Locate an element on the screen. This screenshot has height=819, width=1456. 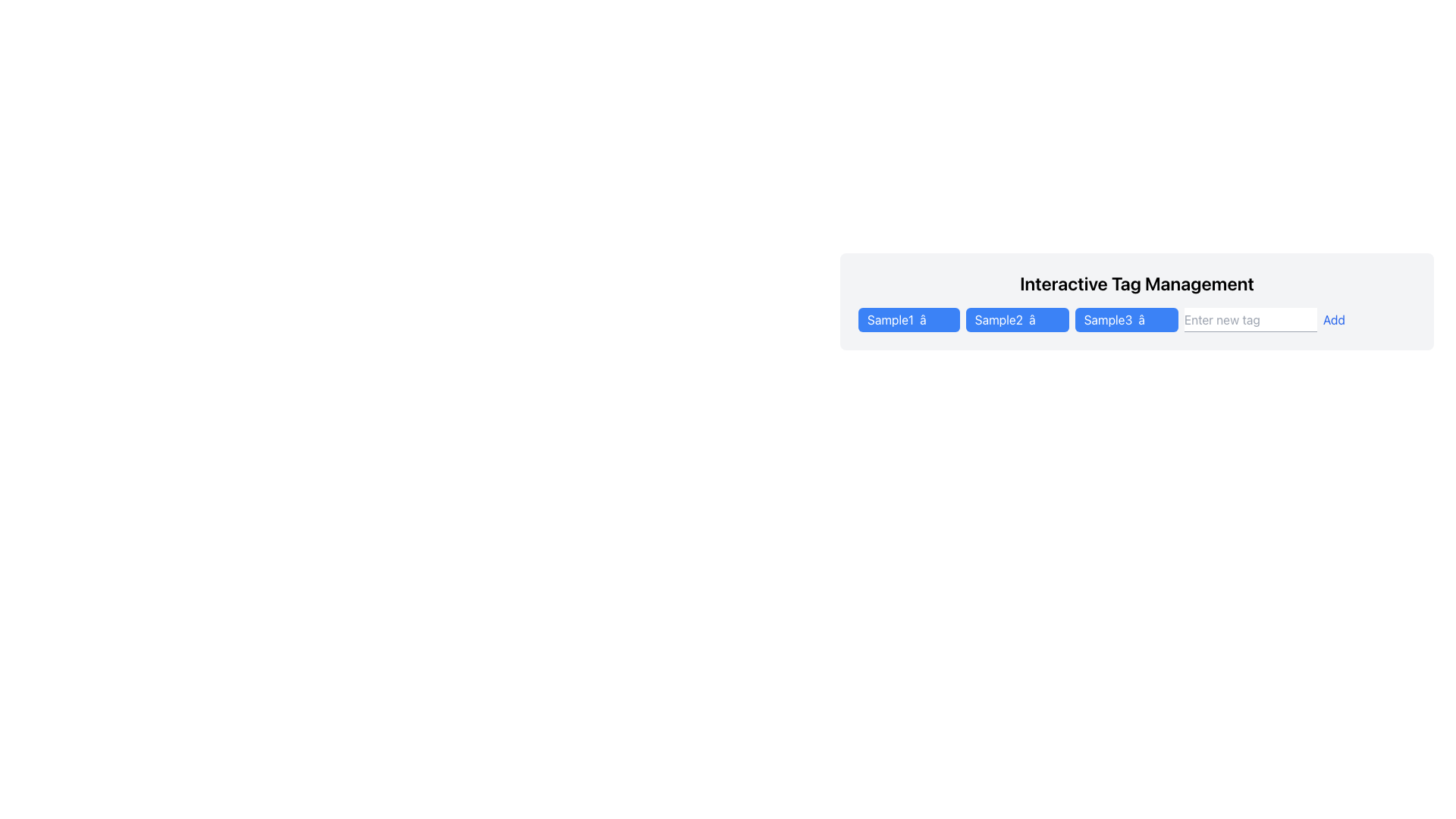
the 'Sample3' button label is located at coordinates (1108, 318).